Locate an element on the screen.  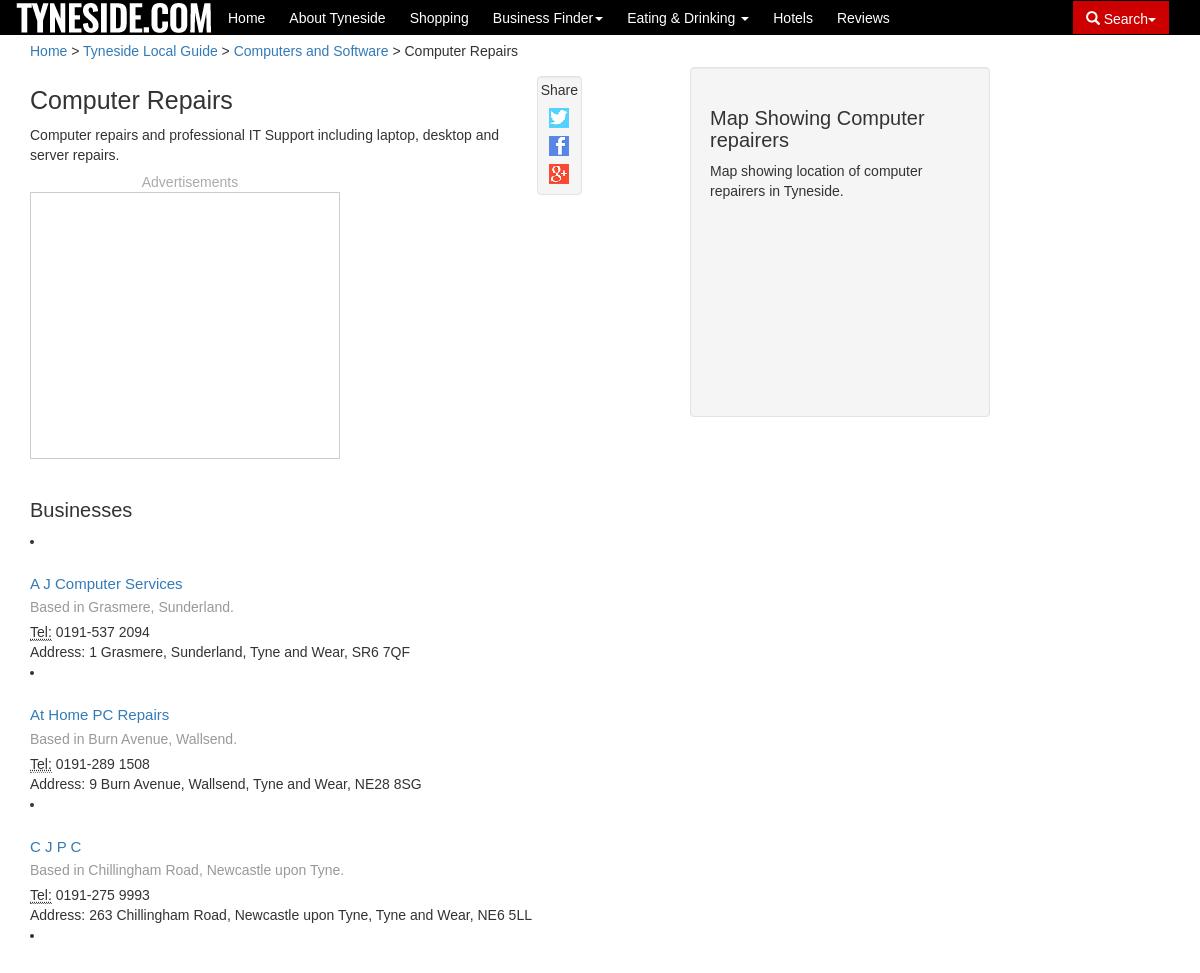
'Business Finder' is located at coordinates (490, 18).